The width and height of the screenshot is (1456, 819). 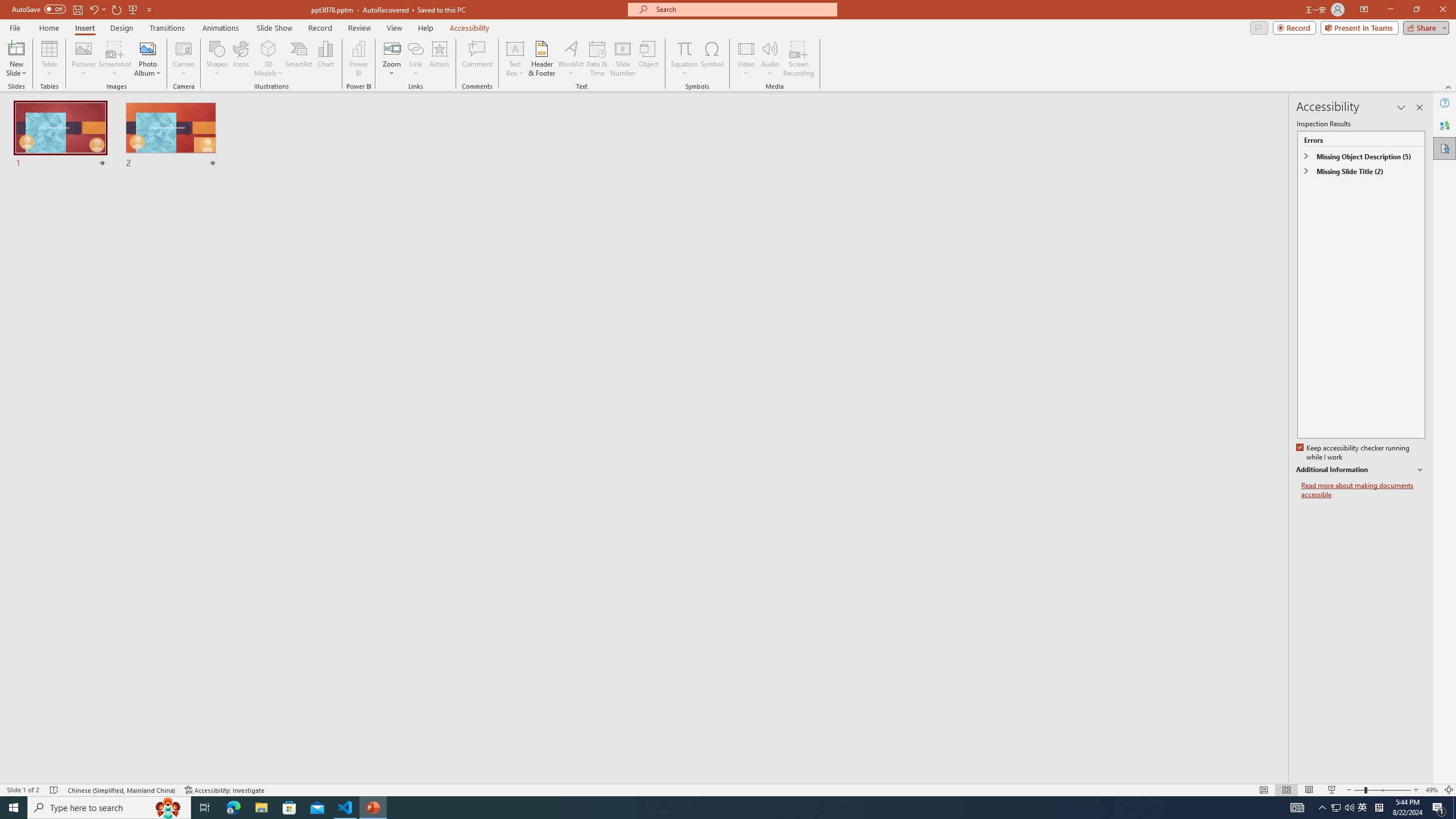 I want to click on 'Object...', so click(x=649, y=59).